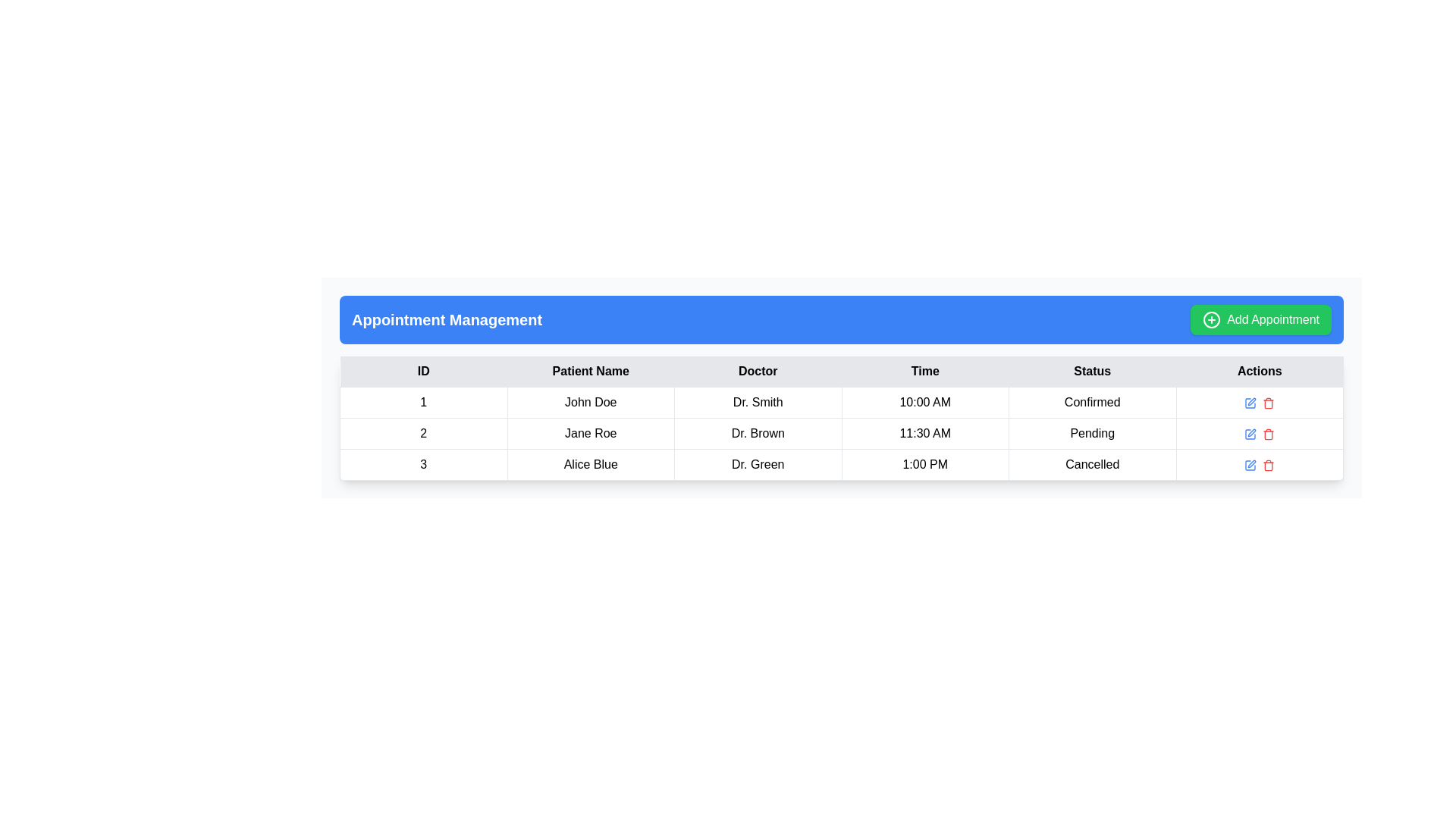 The width and height of the screenshot is (1456, 819). What do you see at coordinates (840, 402) in the screenshot?
I see `the first row of the appointment details table in the 'Appointment Management' section` at bounding box center [840, 402].